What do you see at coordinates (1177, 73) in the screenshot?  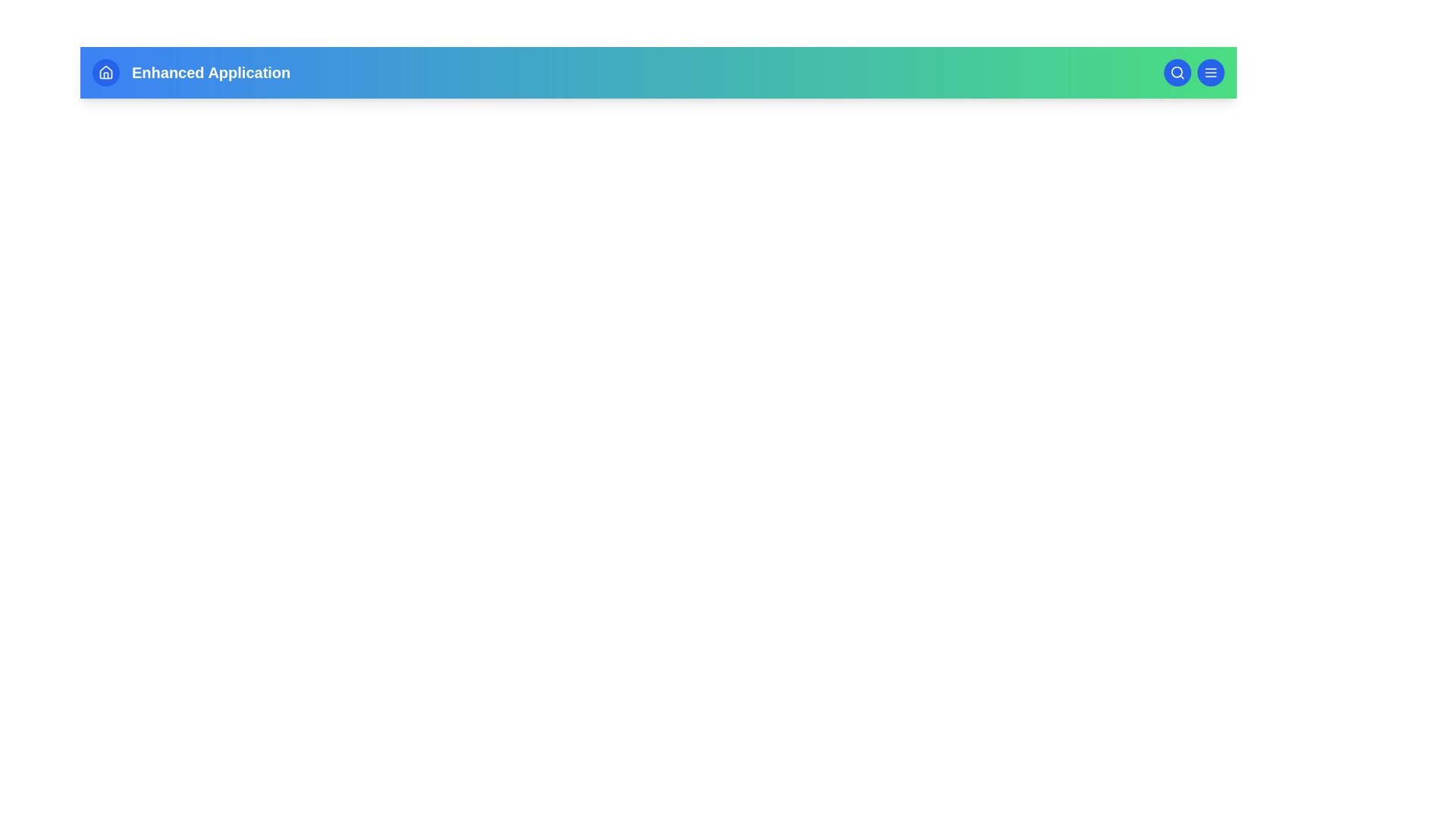 I see `the blue circular button with a magnifying glass icon located near the top right corner of the interface to initiate a search` at bounding box center [1177, 73].